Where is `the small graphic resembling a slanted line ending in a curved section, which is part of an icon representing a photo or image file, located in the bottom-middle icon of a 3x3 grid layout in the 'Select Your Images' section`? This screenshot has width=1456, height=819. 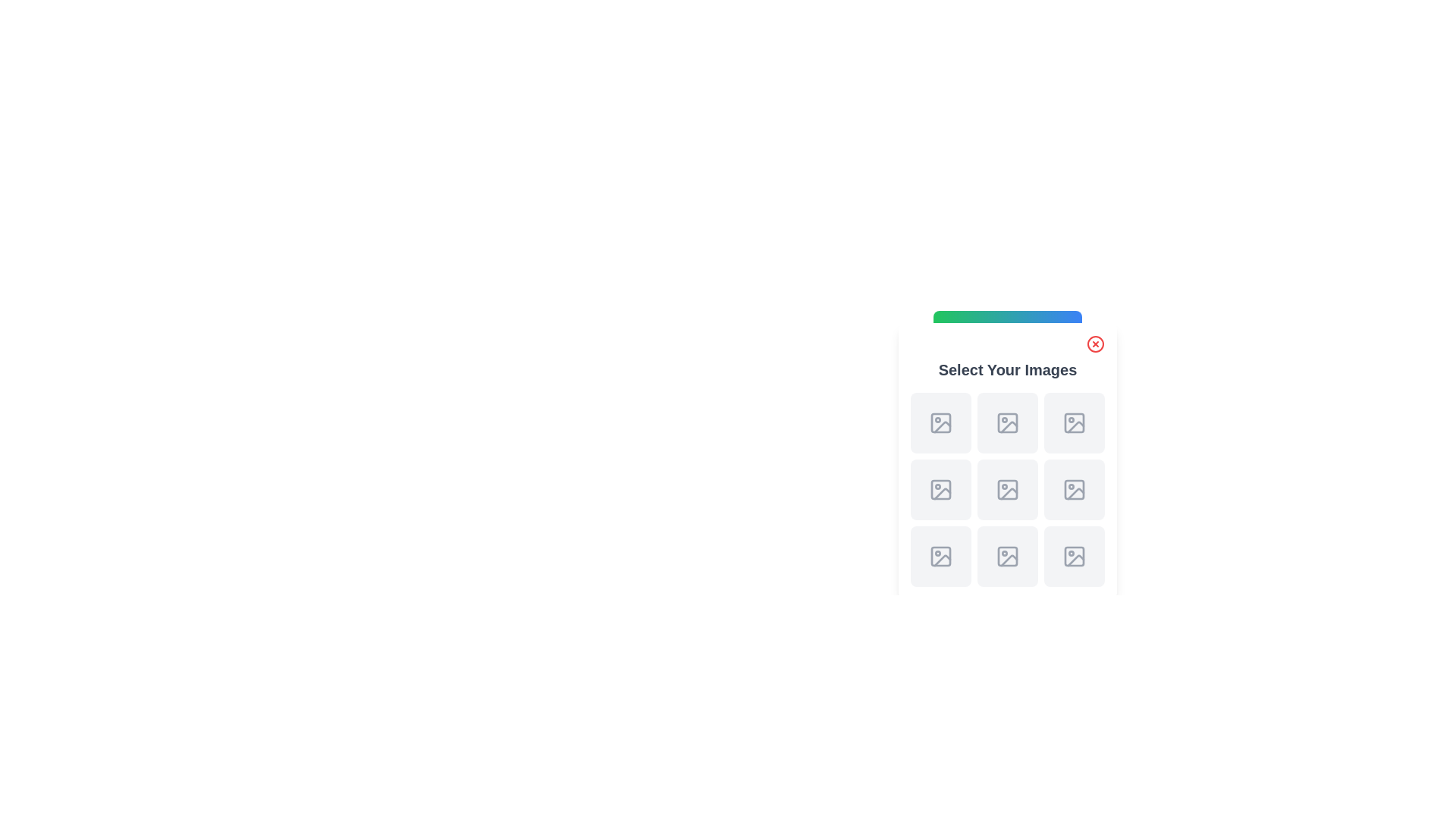
the small graphic resembling a slanted line ending in a curved section, which is part of an icon representing a photo or image file, located in the bottom-middle icon of a 3x3 grid layout in the 'Select Your Images' section is located at coordinates (1009, 560).